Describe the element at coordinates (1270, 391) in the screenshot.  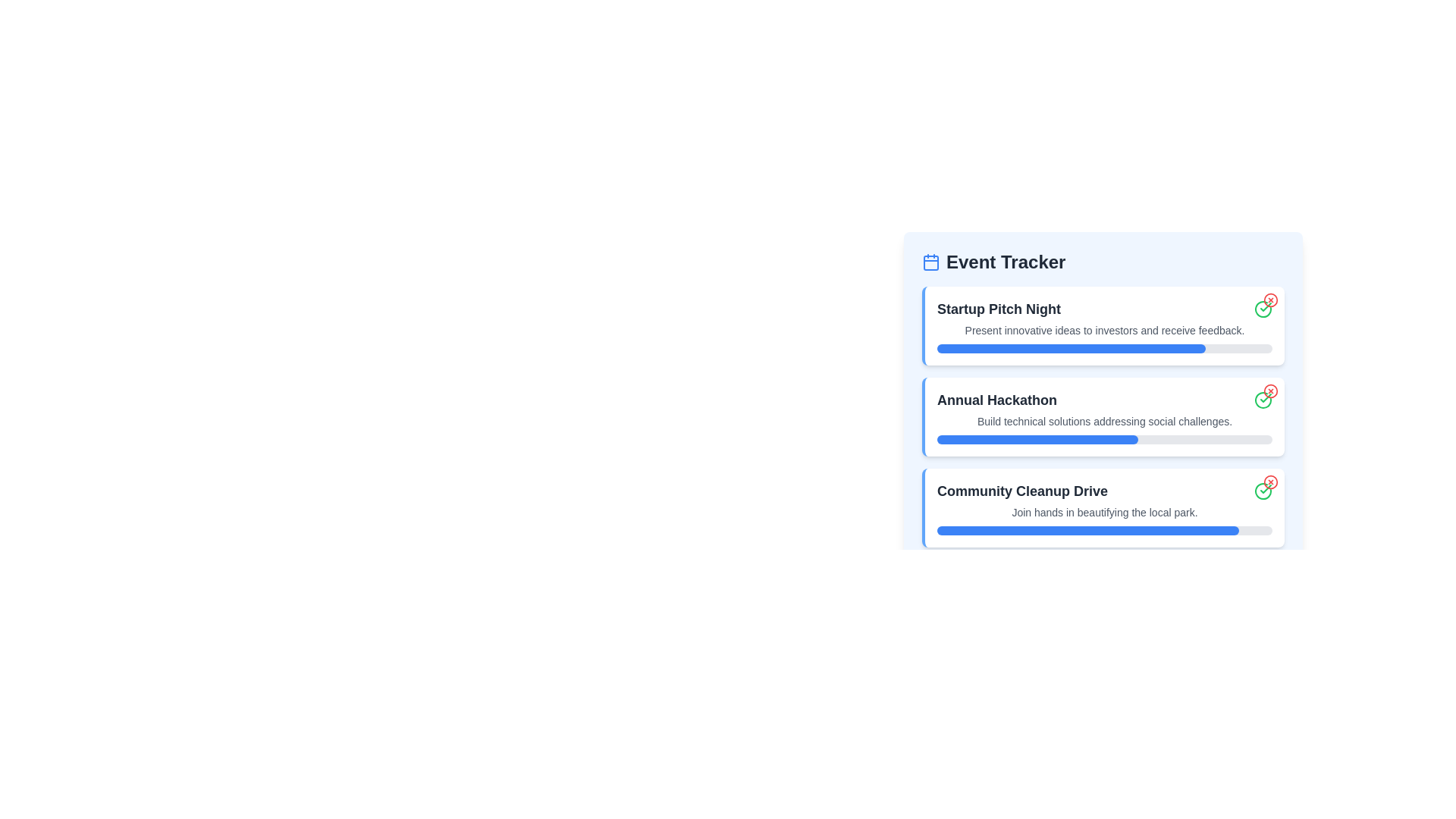
I see `the red circular button with a cross inside, located in the top-right corner of the 'Annual Hackathon' event card` at that location.